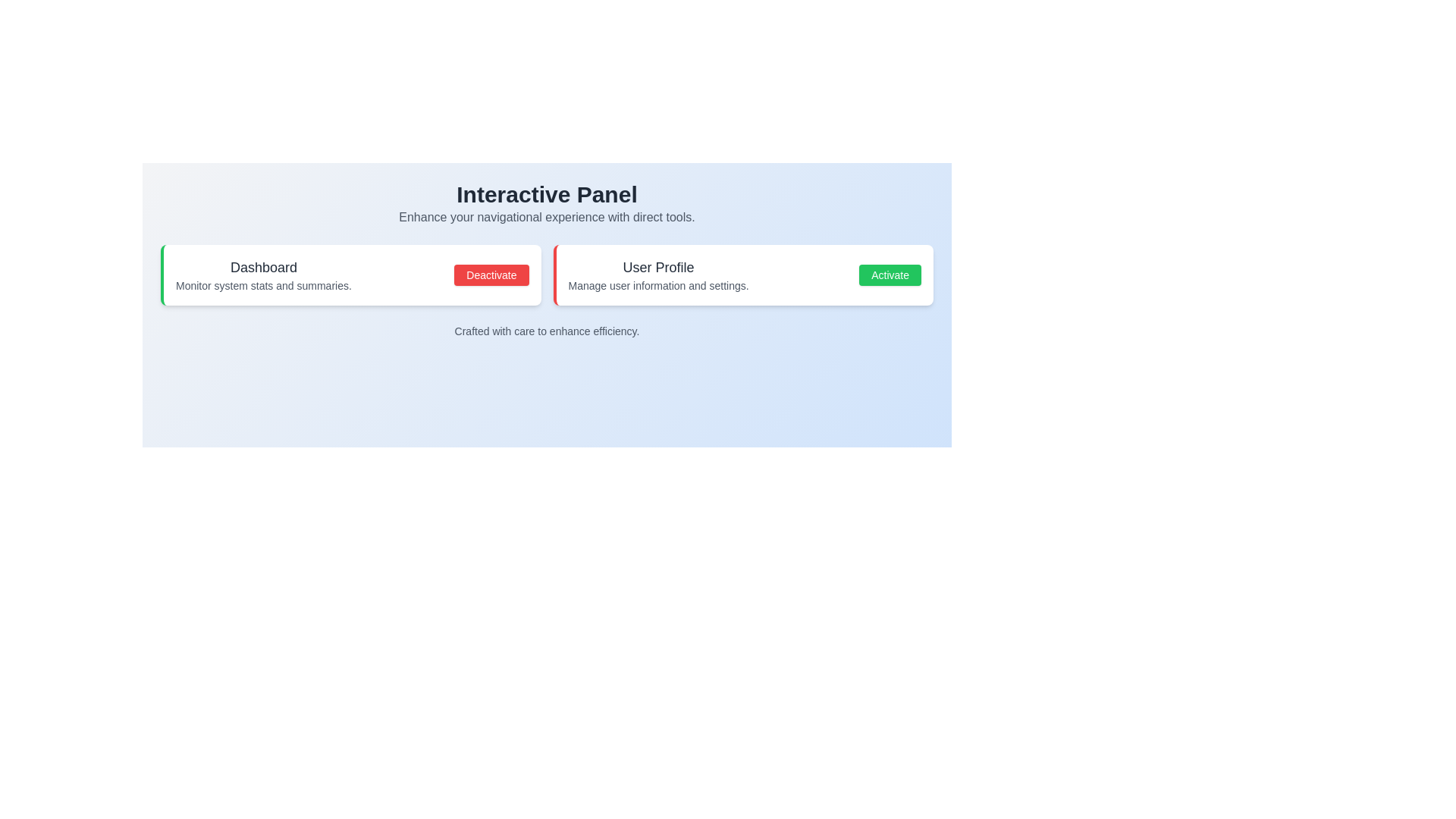 This screenshot has width=1456, height=819. Describe the element at coordinates (263, 275) in the screenshot. I see `textual description element titled 'Dashboard' which includes a larger, bold title and a smaller subtext for understanding` at that location.